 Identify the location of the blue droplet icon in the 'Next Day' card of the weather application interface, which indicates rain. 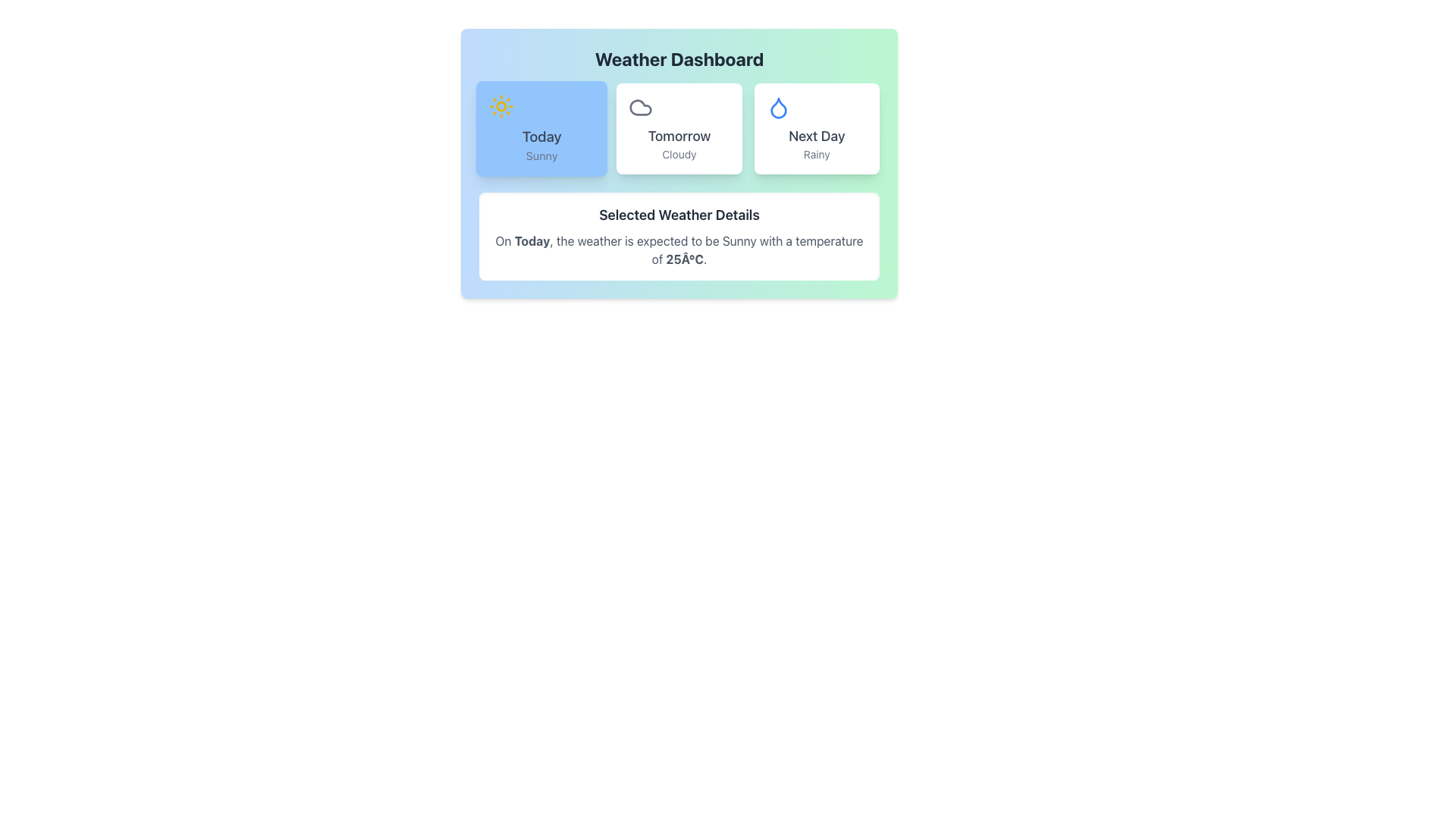
(778, 107).